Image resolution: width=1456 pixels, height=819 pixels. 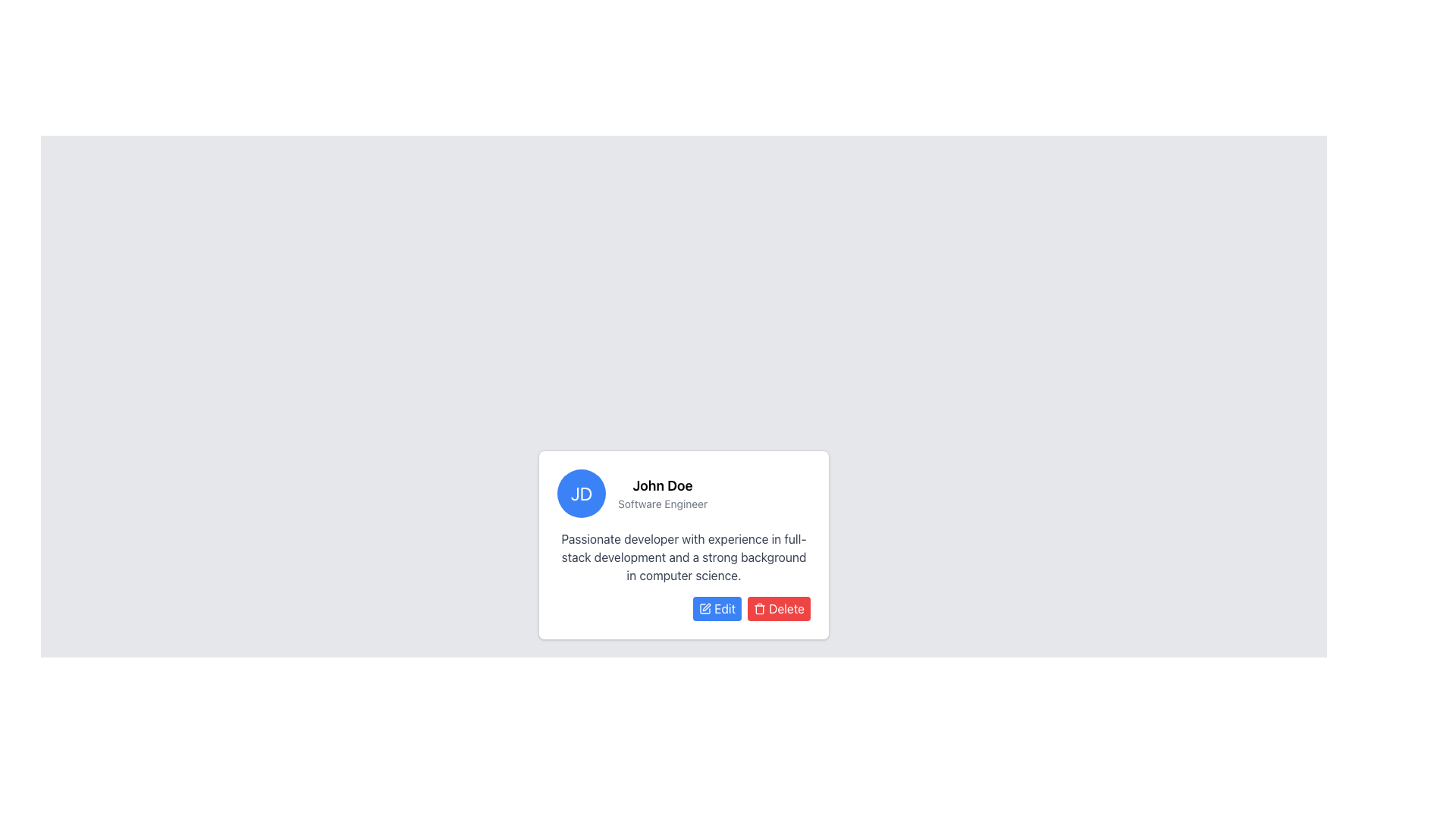 I want to click on the white pen icon within the 'Edit' button, which has a blue background and white text, positioned on the left side of the button, so click(x=704, y=607).